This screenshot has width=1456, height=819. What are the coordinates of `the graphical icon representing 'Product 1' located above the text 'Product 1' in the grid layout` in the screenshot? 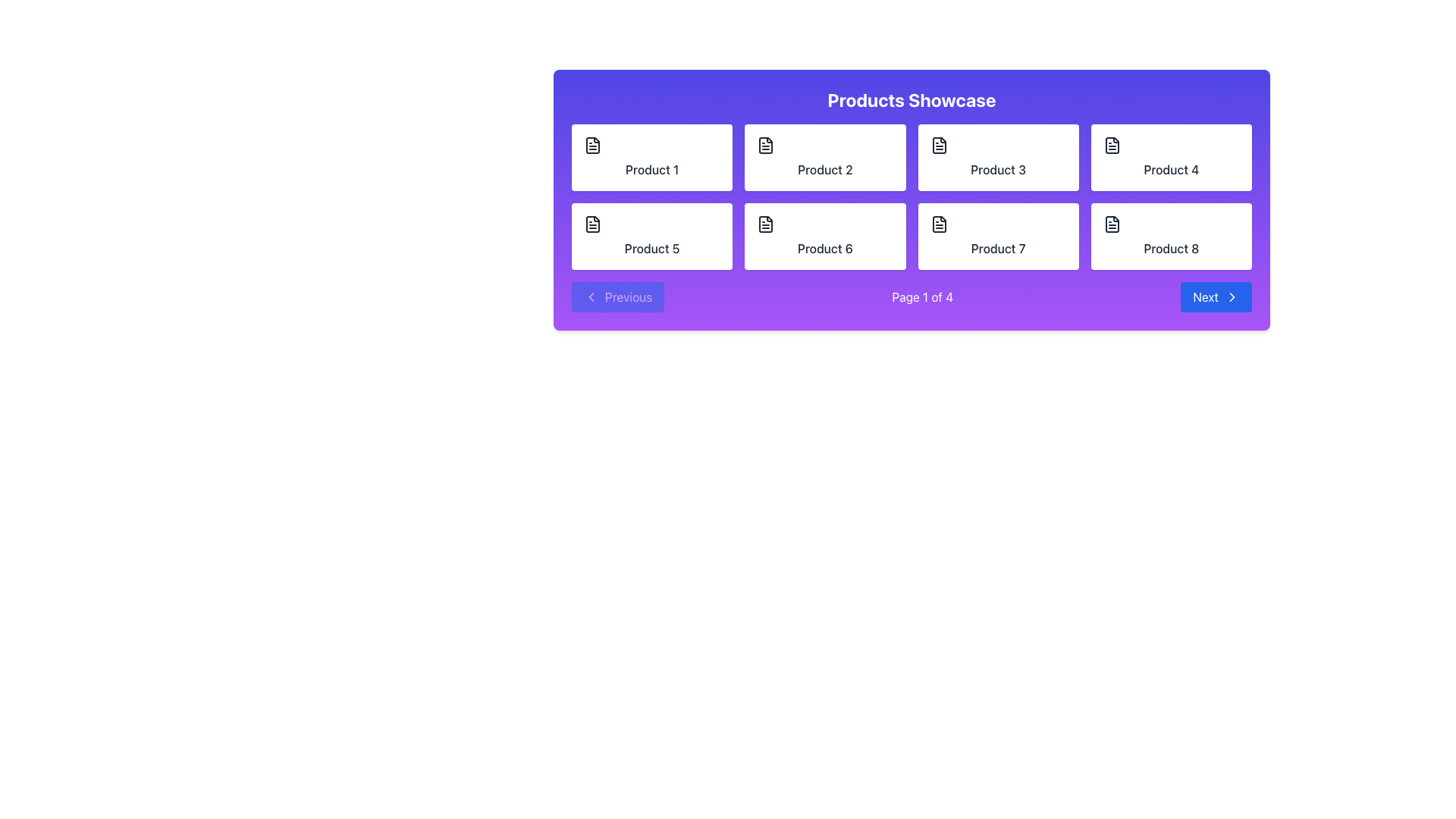 It's located at (592, 146).